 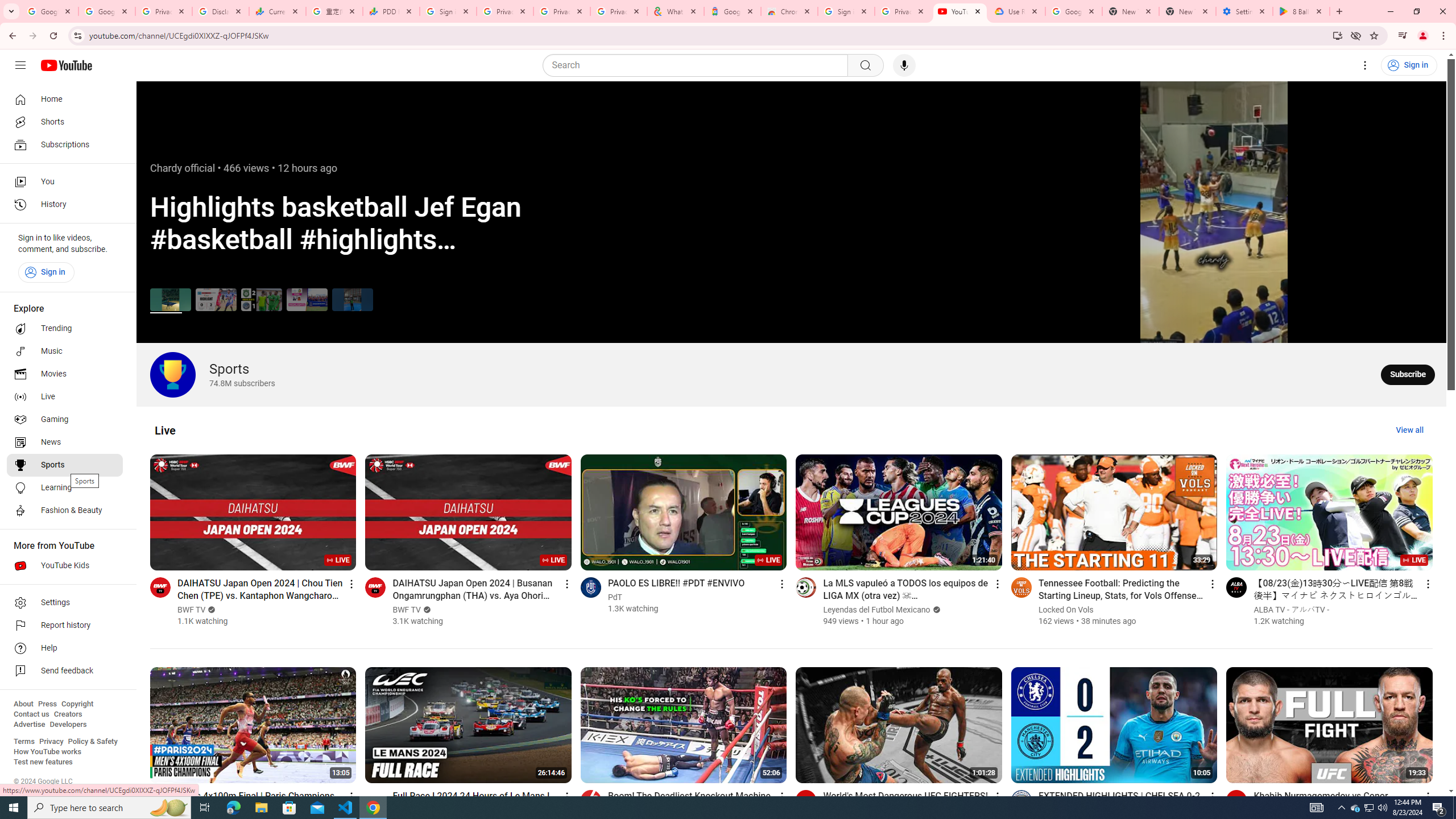 I want to click on 'YouTube', so click(x=959, y=11).